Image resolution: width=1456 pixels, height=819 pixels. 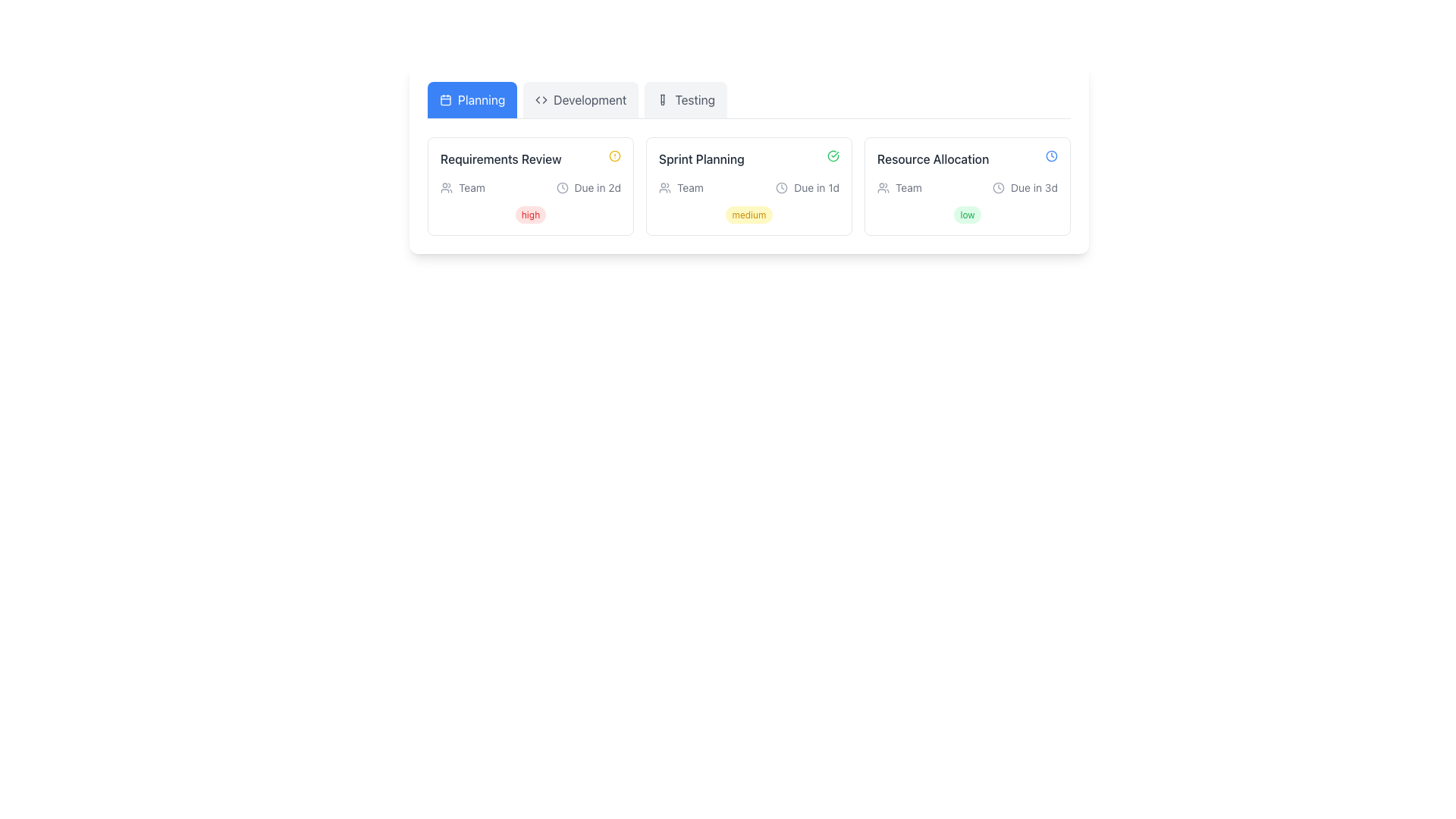 I want to click on the small calendar icon with a blue background and white strokes, located in the 'Planning' tab at the top-left section of the UI, so click(x=445, y=99).